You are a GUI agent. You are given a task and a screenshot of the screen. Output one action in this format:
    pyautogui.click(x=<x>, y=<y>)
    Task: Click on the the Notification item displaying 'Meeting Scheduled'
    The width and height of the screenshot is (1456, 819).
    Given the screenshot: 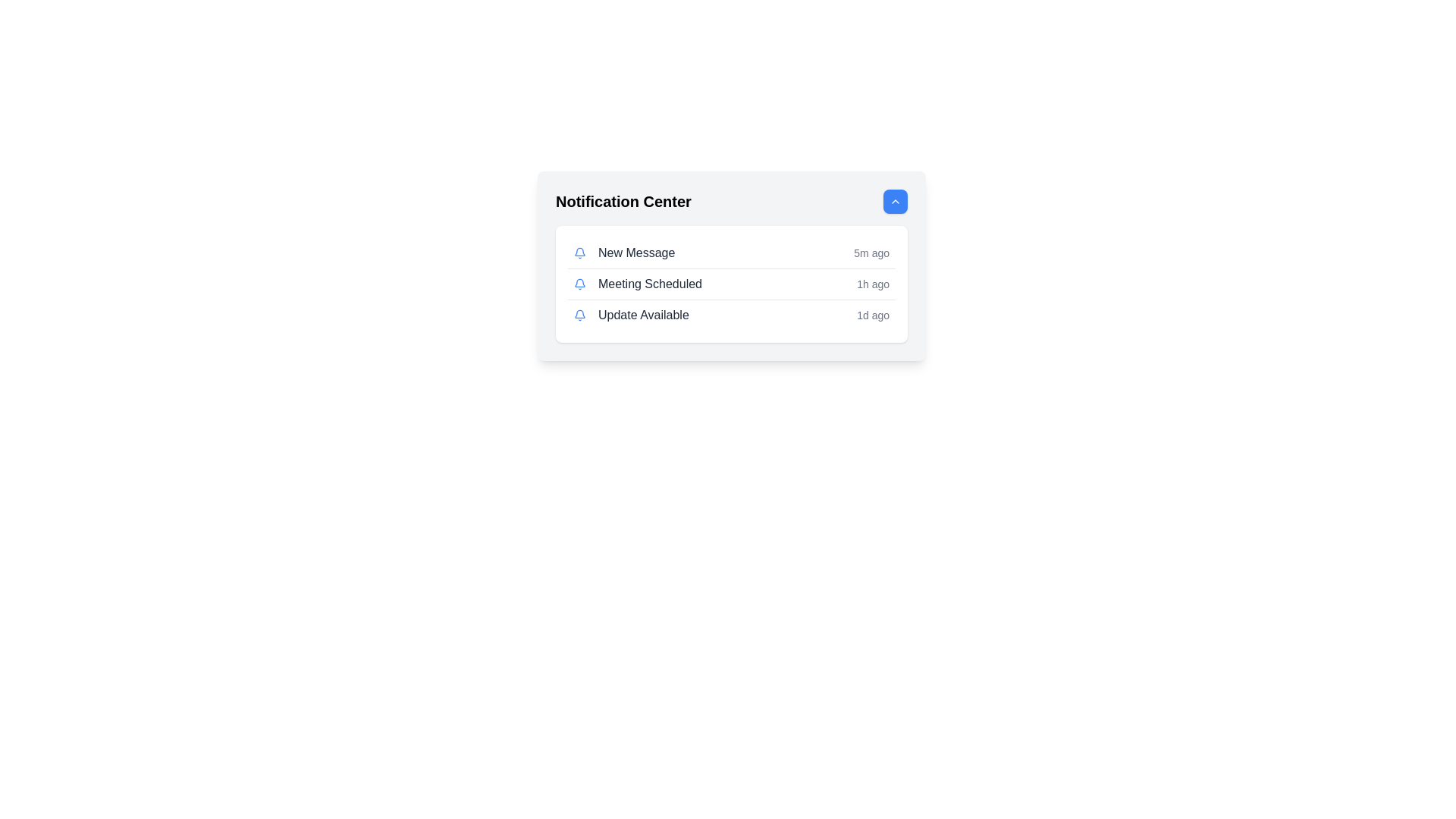 What is the action you would take?
    pyautogui.click(x=638, y=284)
    